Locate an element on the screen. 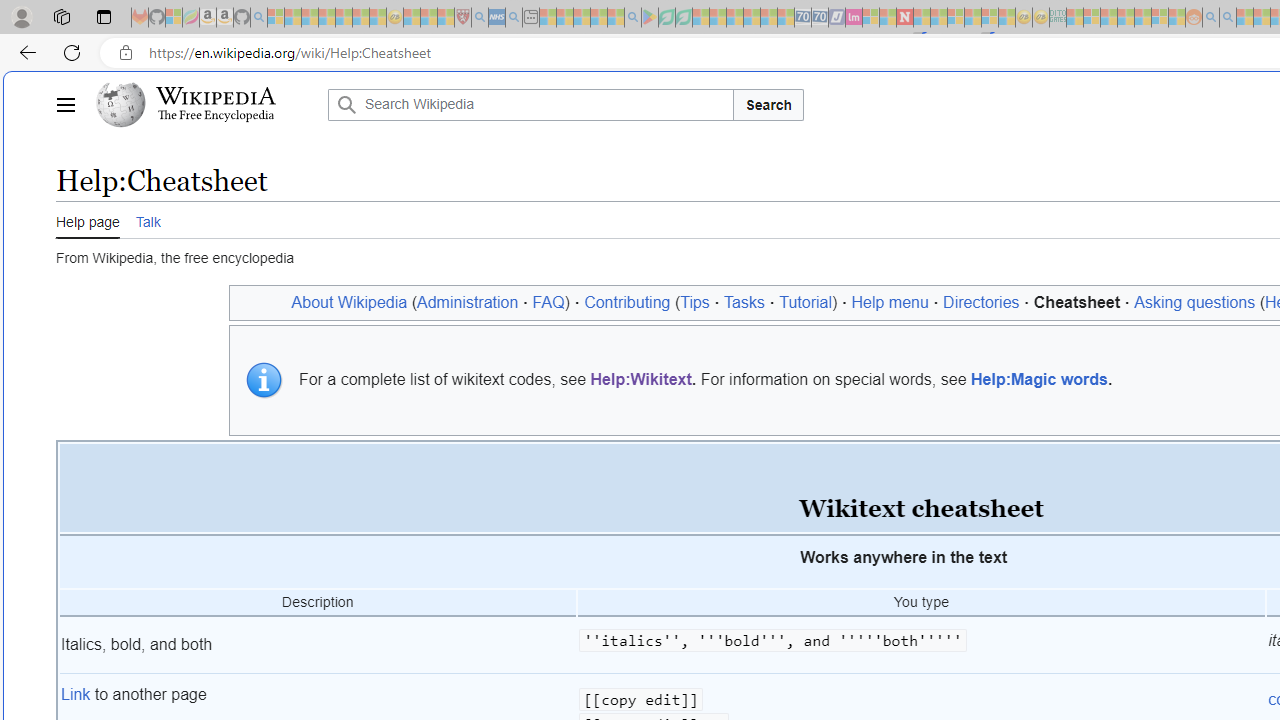  'Jobs - lastminute.com Investor Portal - Sleeping' is located at coordinates (853, 17).